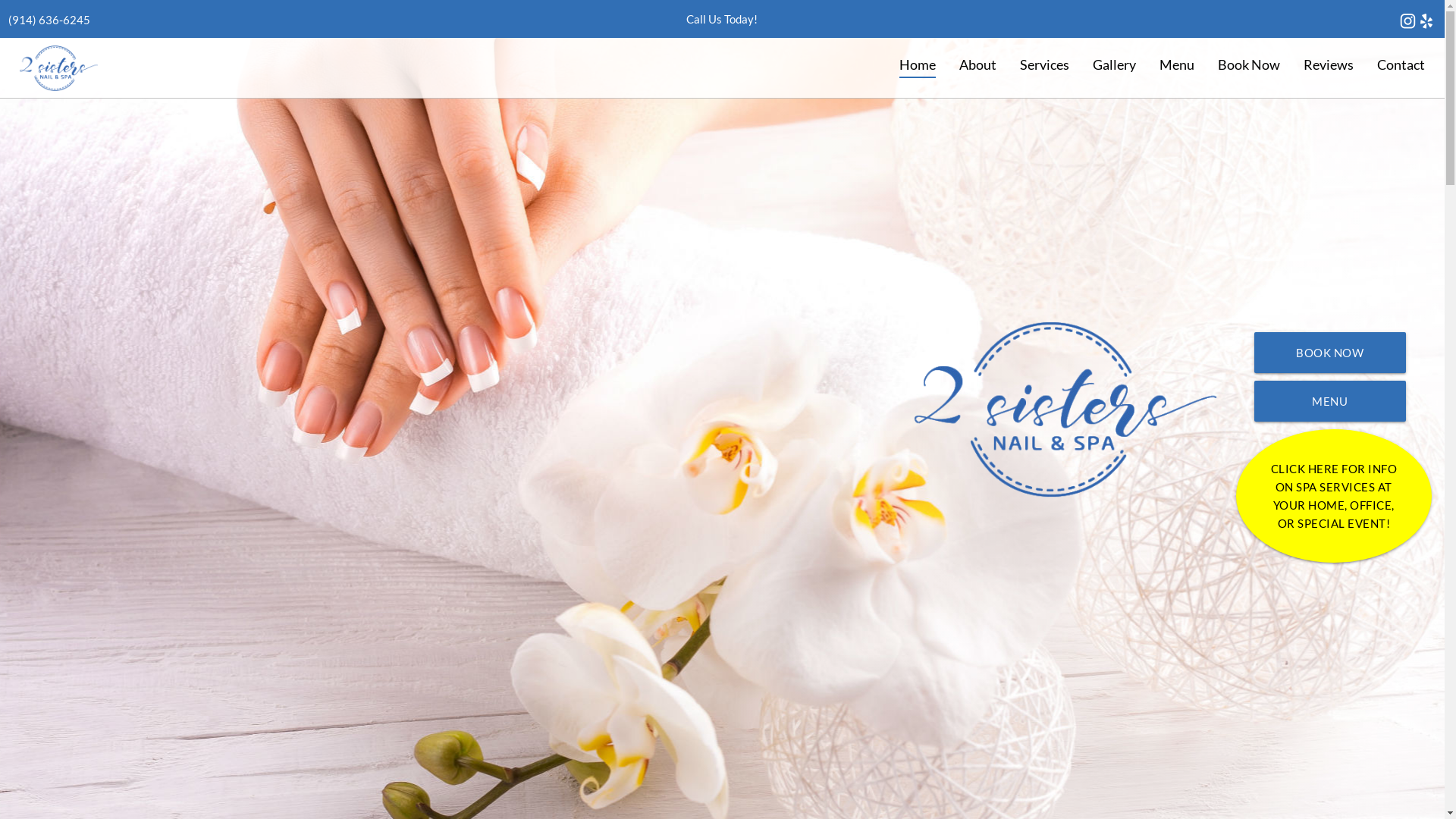  I want to click on 'Reviews', so click(1291, 64).